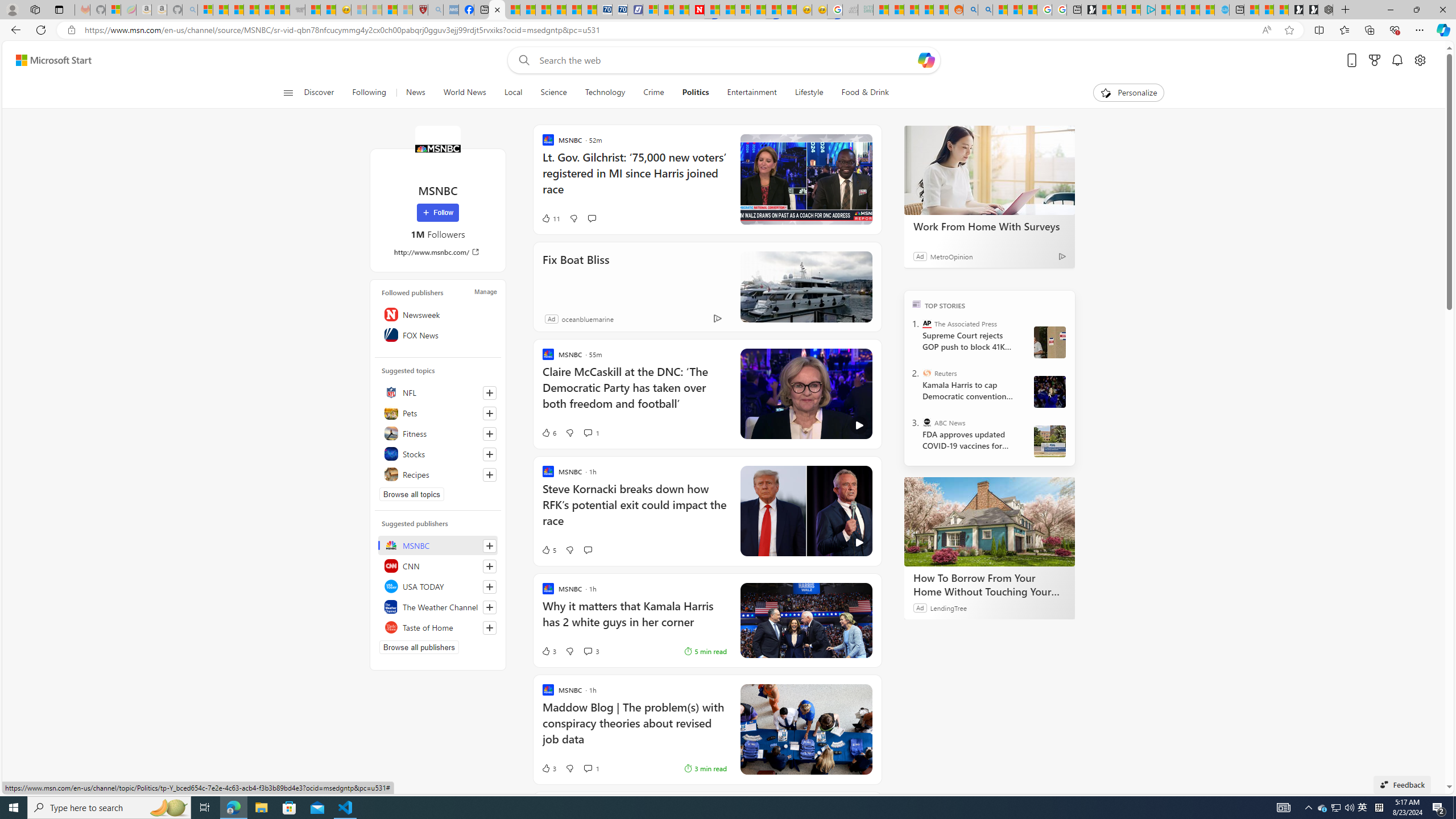  I want to click on 'Fix Boat Bliss', so click(805, 286).